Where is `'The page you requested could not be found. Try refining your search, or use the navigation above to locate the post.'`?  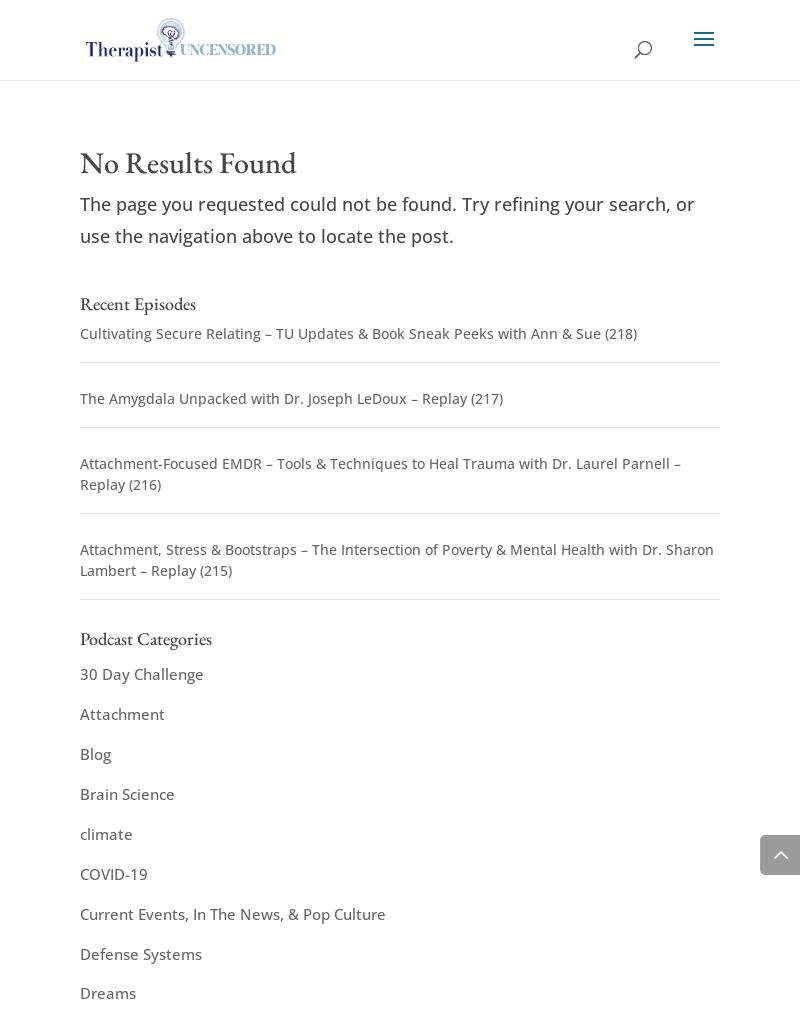
'The page you requested could not be found. Try refining your search, or use the navigation above to locate the post.' is located at coordinates (80, 220).